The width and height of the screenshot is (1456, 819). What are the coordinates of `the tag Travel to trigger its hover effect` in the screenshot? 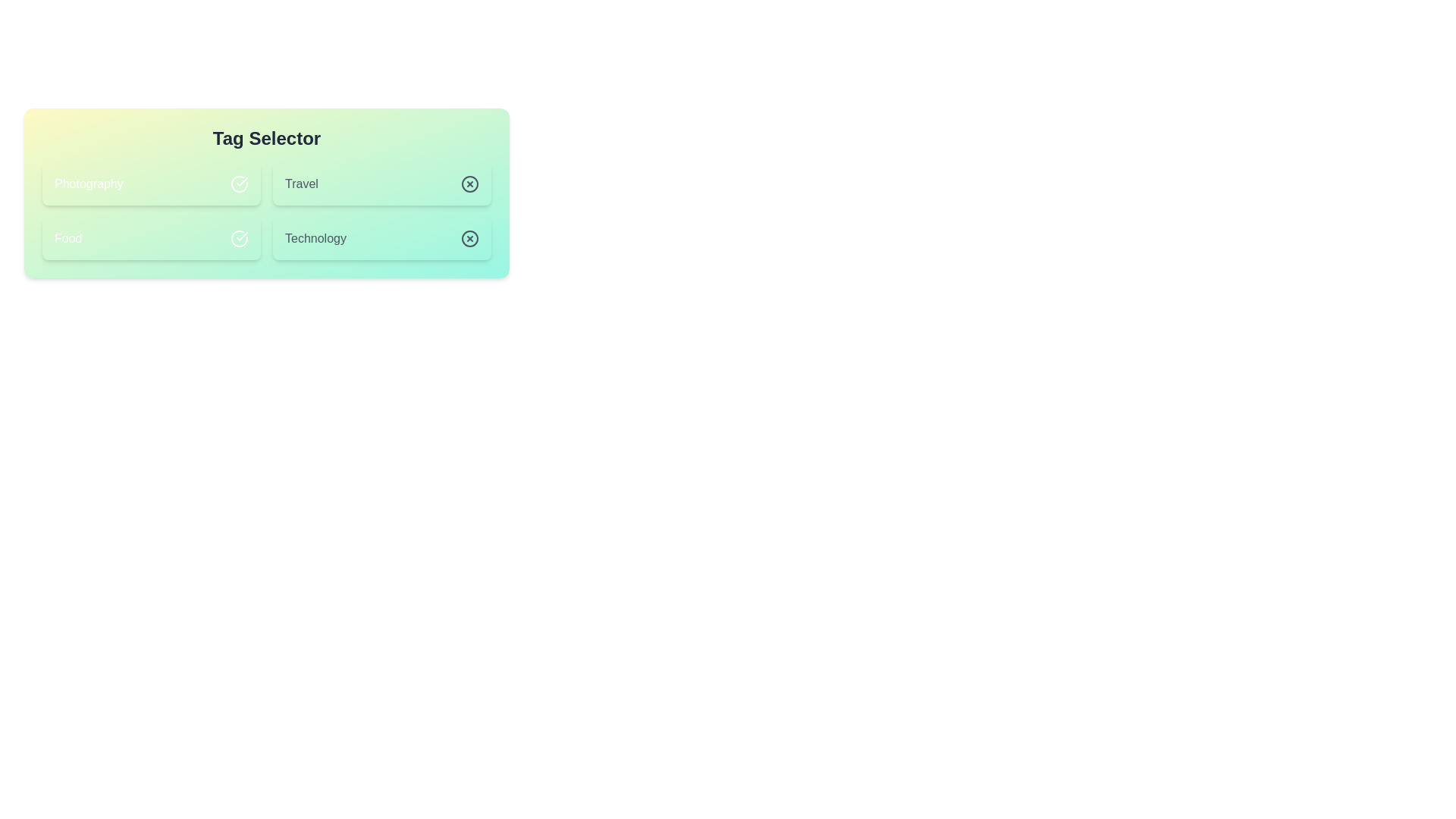 It's located at (382, 184).